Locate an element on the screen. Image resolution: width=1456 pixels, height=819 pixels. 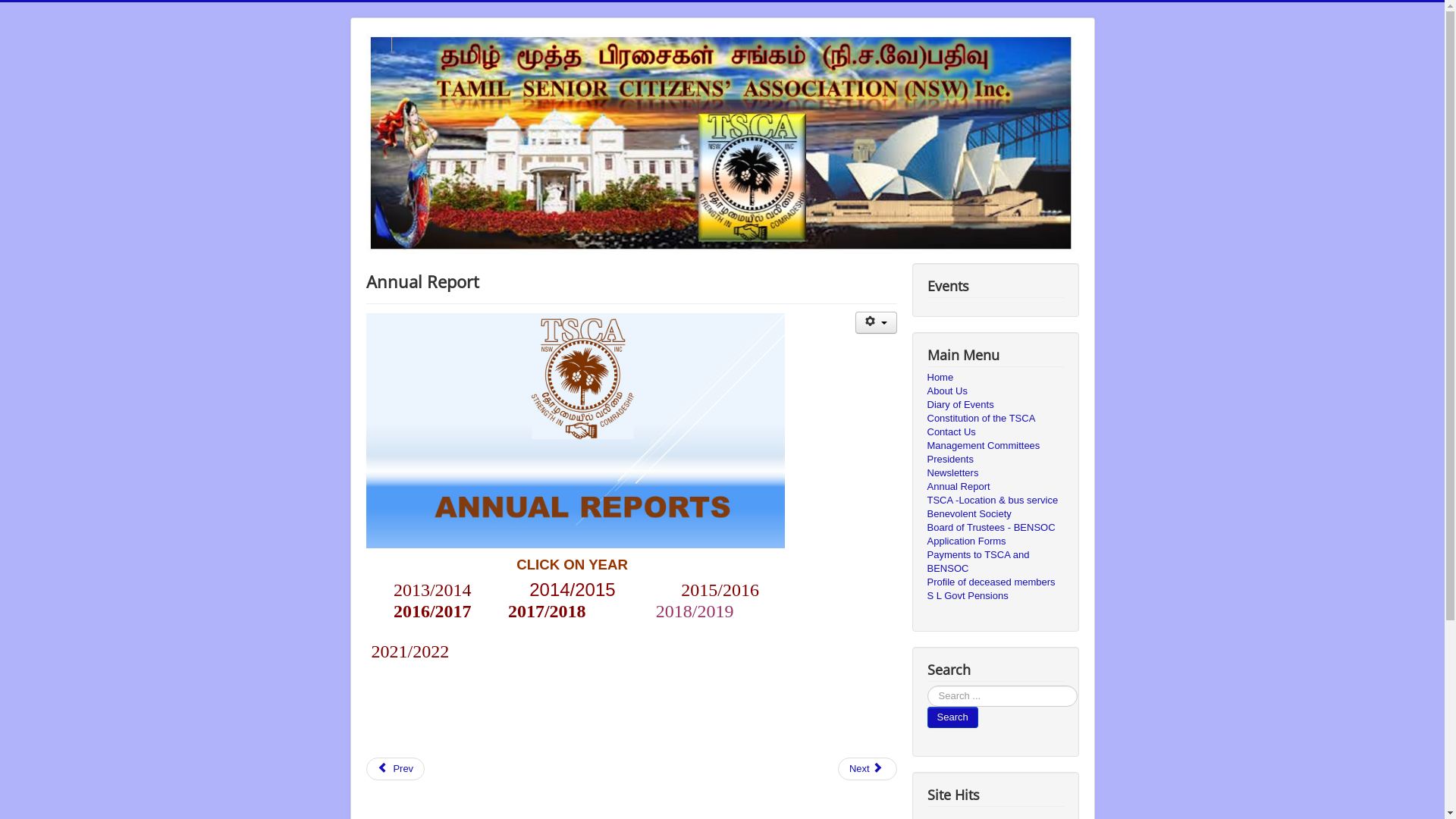
'Benevolent Society' is located at coordinates (994, 513).